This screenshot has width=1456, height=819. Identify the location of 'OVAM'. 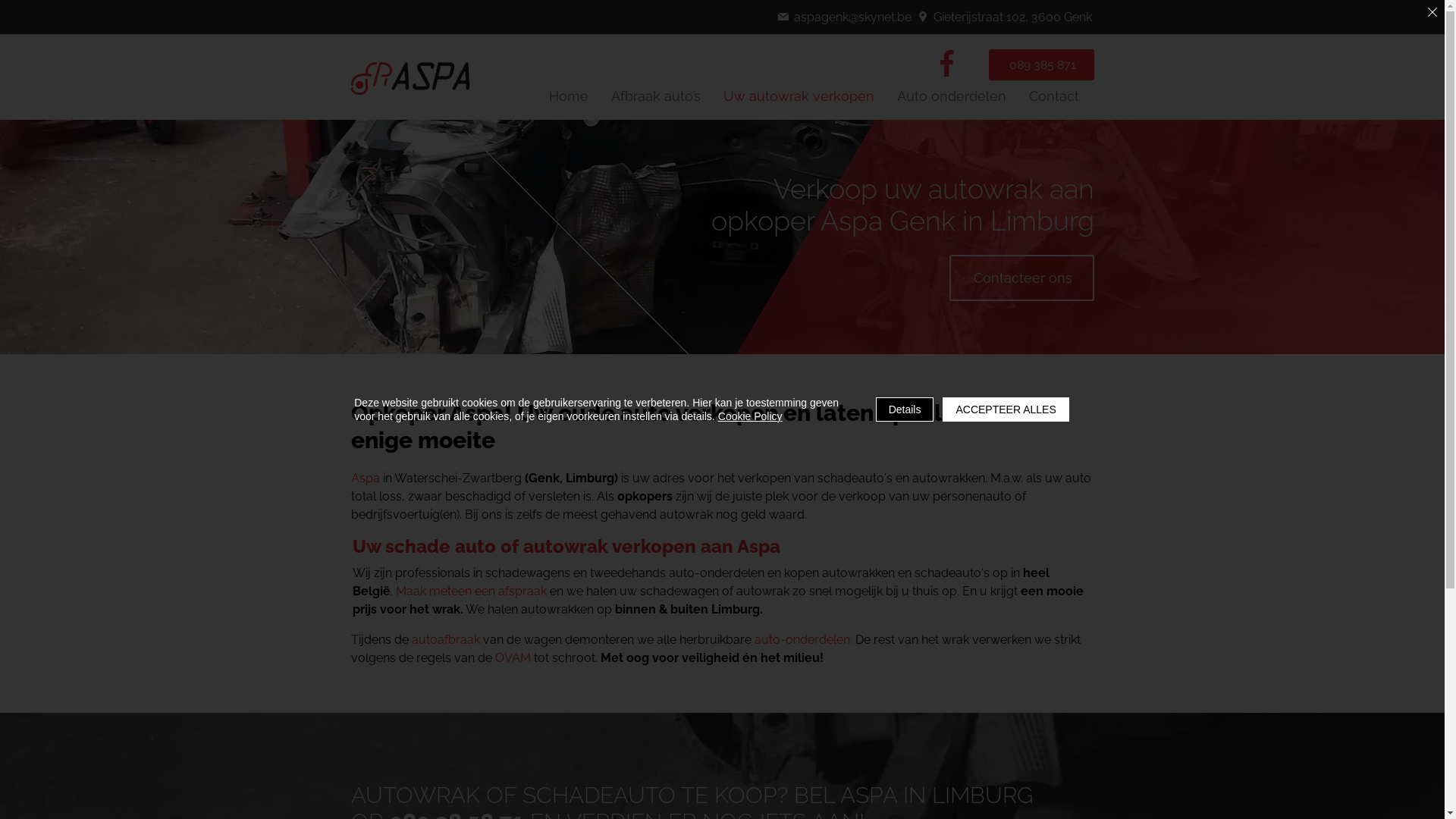
(512, 657).